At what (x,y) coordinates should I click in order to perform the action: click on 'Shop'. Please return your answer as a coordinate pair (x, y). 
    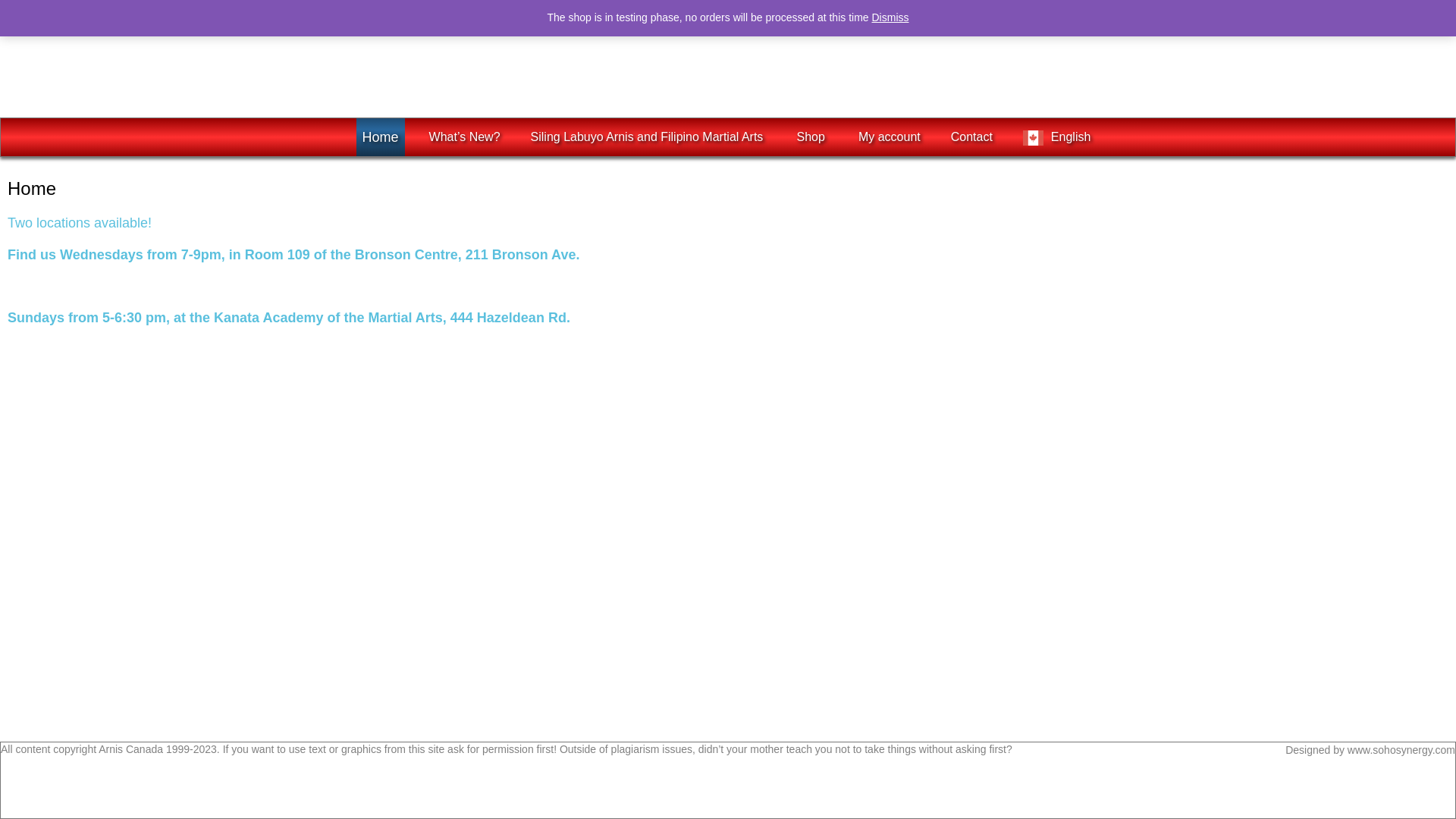
    Looking at the image, I should click on (811, 137).